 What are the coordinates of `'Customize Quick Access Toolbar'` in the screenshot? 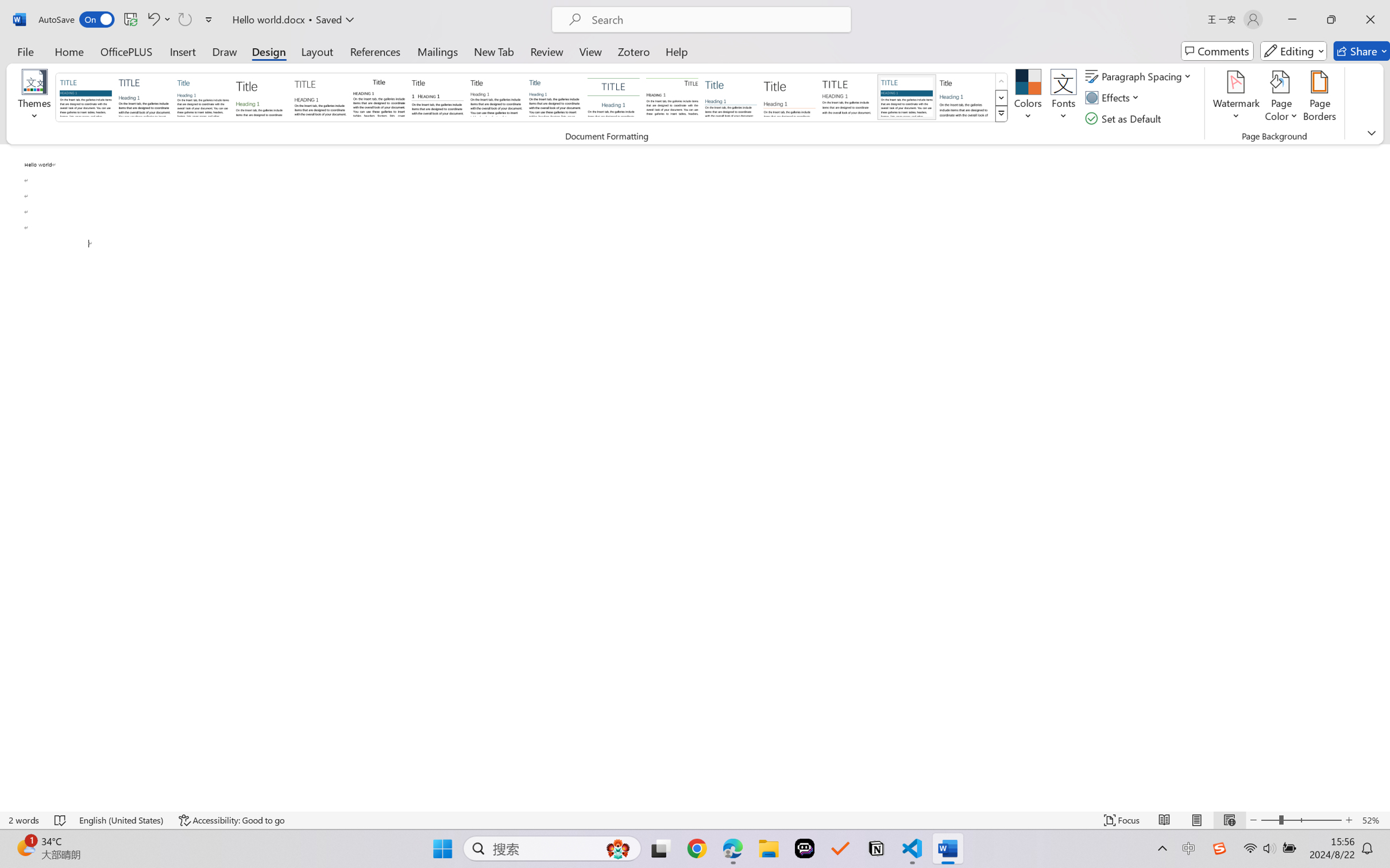 It's located at (208, 19).